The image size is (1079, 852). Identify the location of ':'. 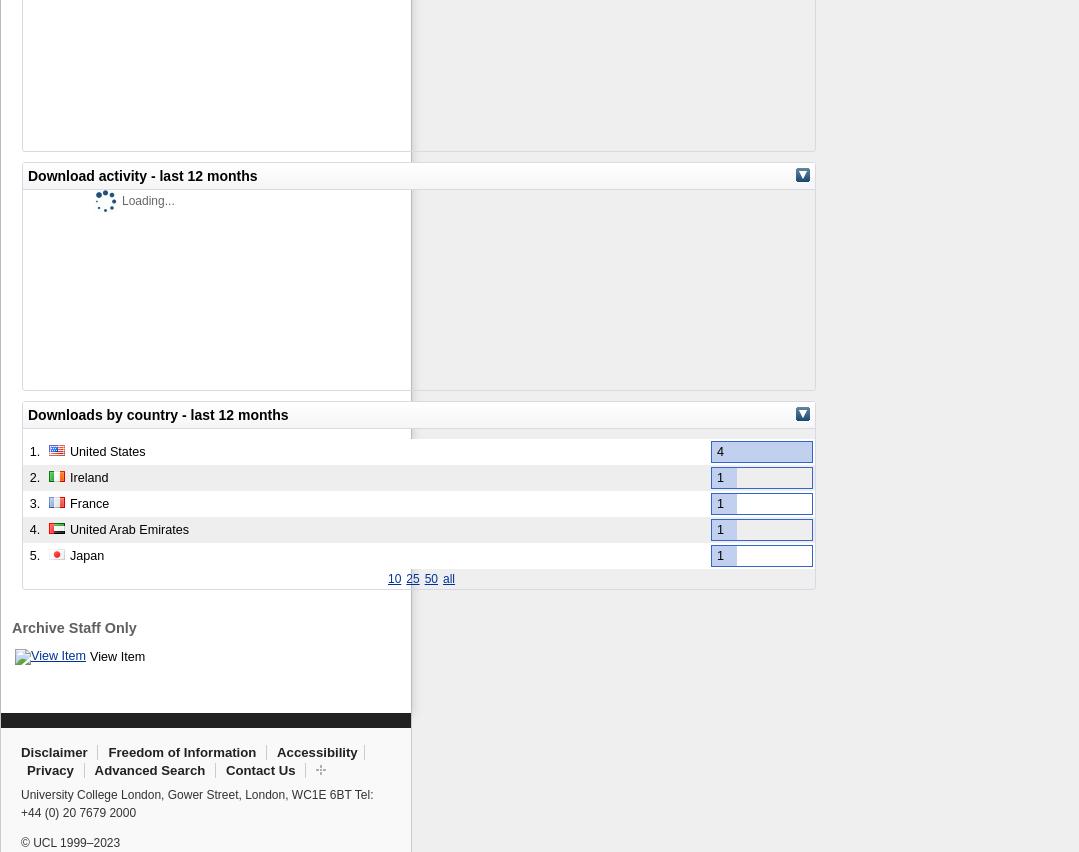
(371, 792).